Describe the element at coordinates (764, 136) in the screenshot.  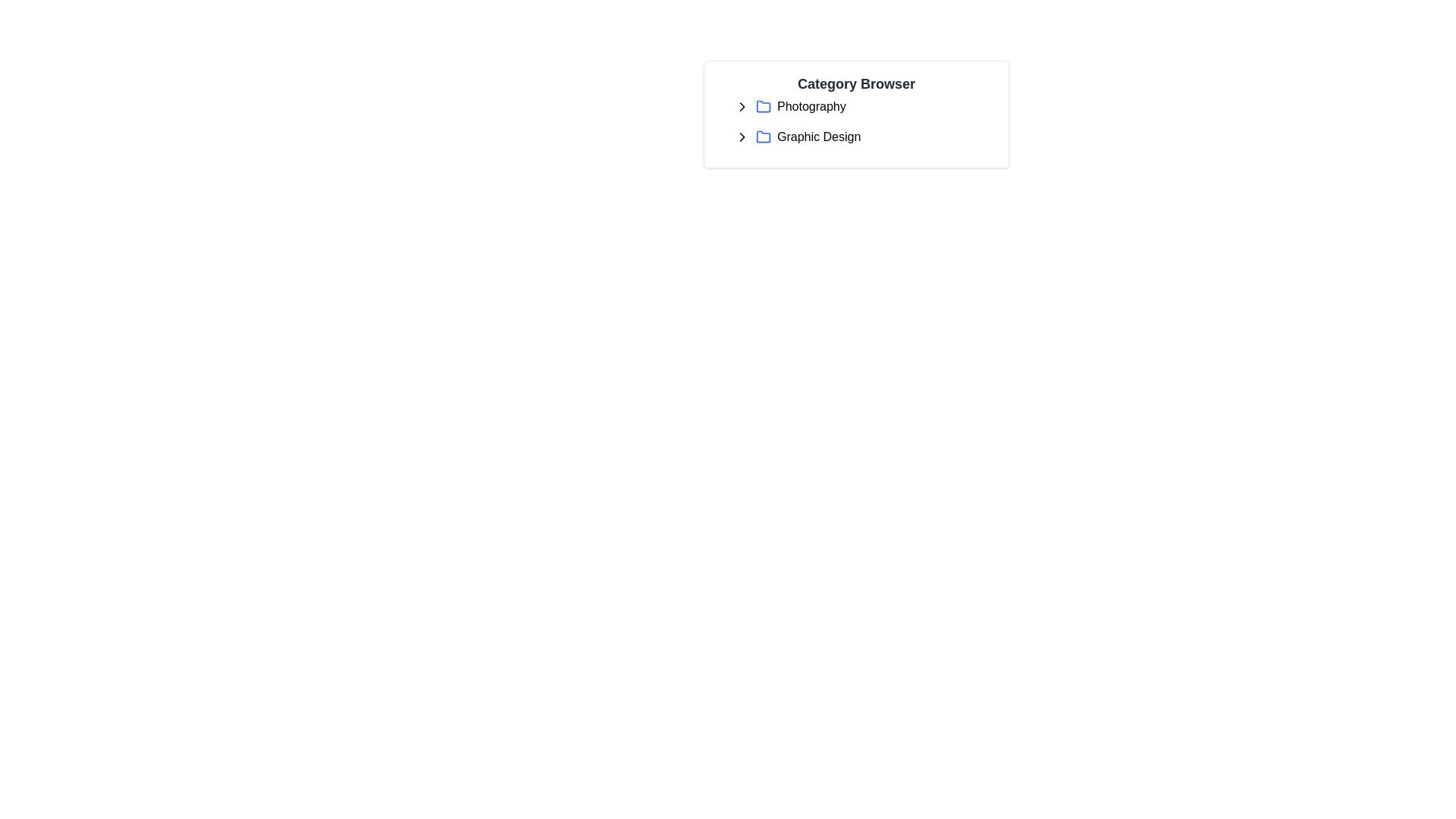
I see `the folder icon with a blue outline located next to the 'Graphic Design' category text in the second row of the list under the 'Category Browser' header` at that location.